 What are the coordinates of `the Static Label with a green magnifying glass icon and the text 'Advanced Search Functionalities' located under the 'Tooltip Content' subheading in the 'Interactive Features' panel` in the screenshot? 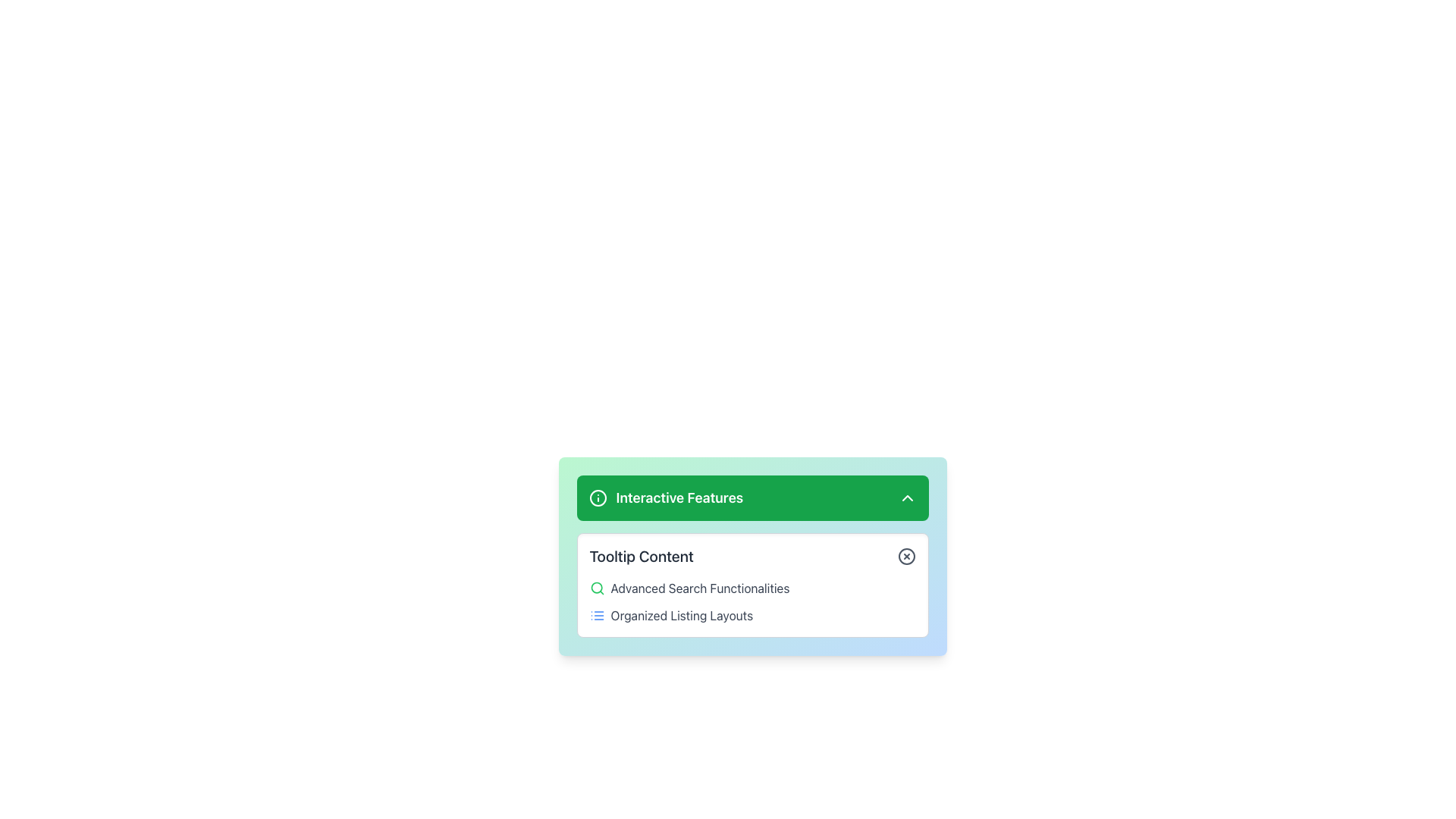 It's located at (752, 587).